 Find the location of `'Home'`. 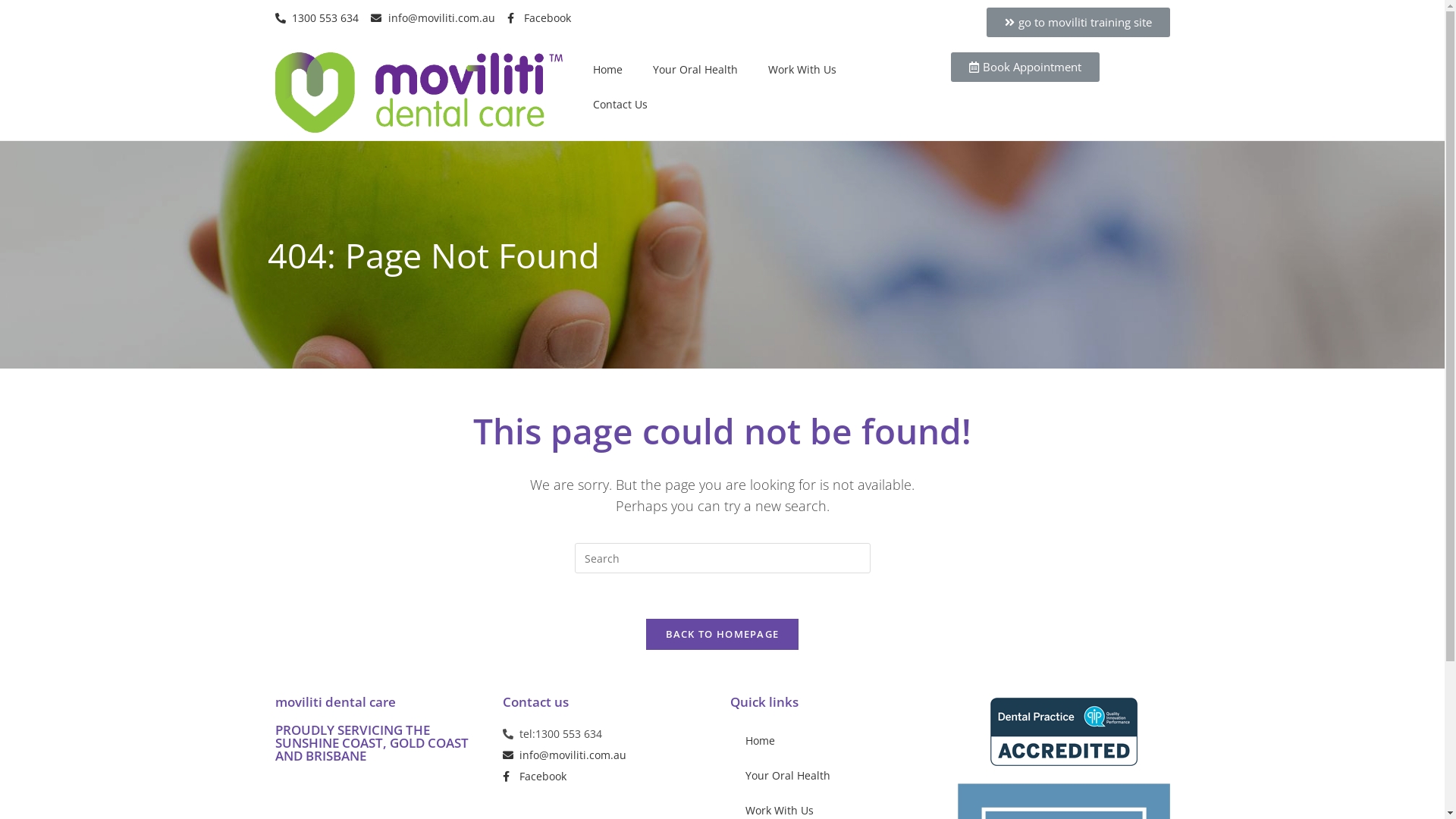

'Home' is located at coordinates (729, 739).